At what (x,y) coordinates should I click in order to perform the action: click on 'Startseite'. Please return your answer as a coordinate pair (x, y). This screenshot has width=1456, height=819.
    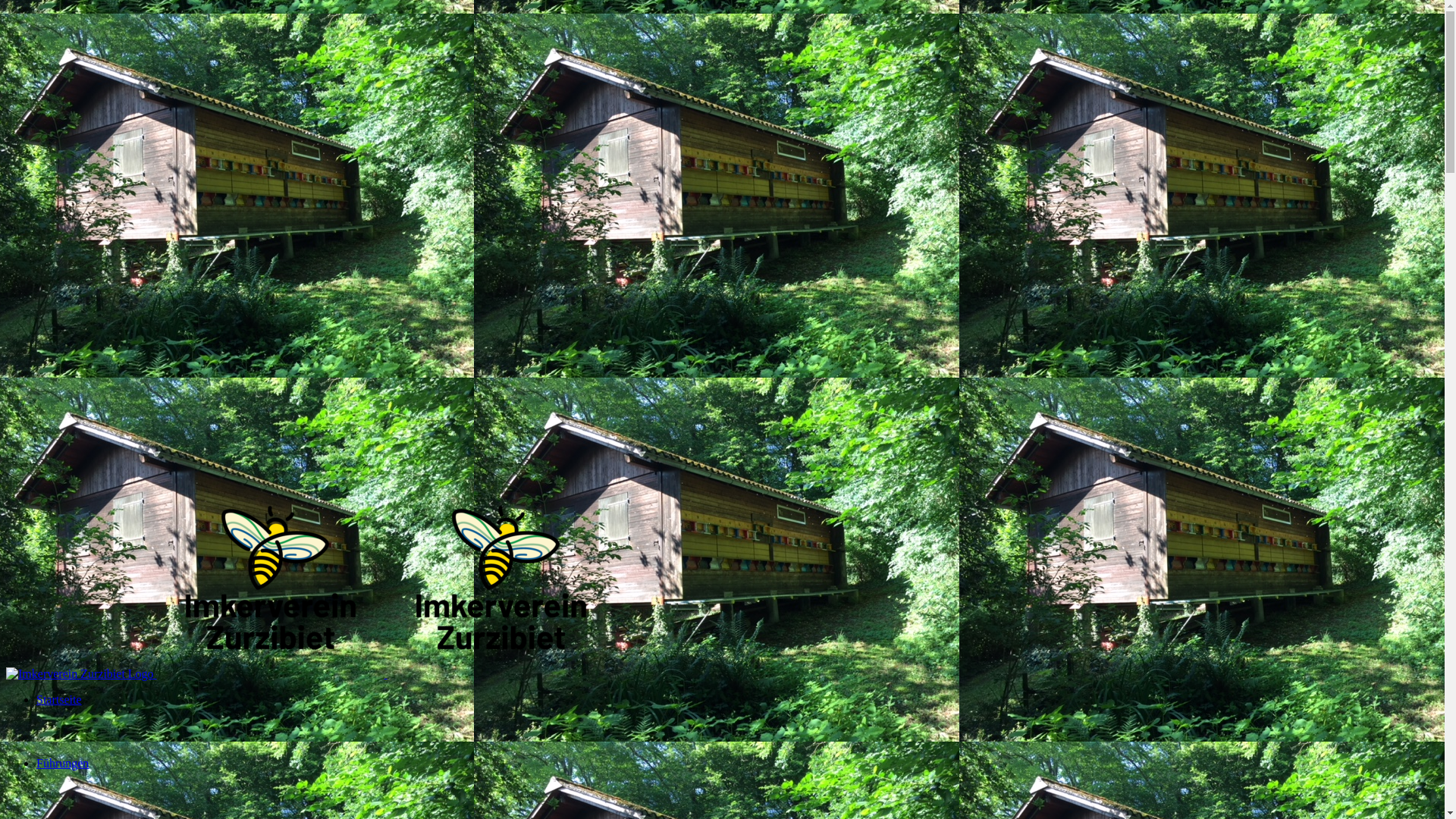
    Looking at the image, I should click on (58, 724).